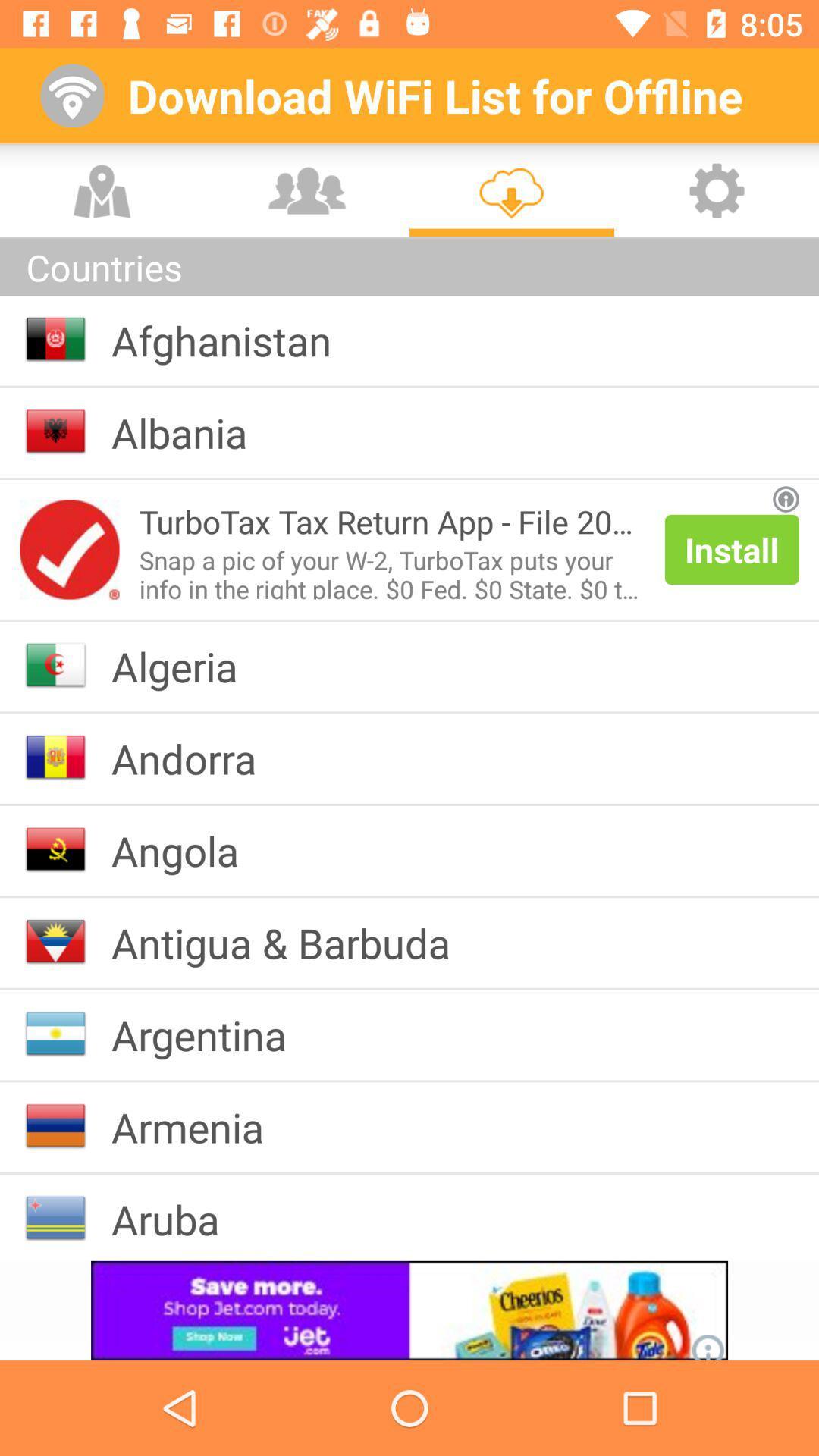 The width and height of the screenshot is (819, 1456). What do you see at coordinates (391, 570) in the screenshot?
I see `item to the left of the install button` at bounding box center [391, 570].